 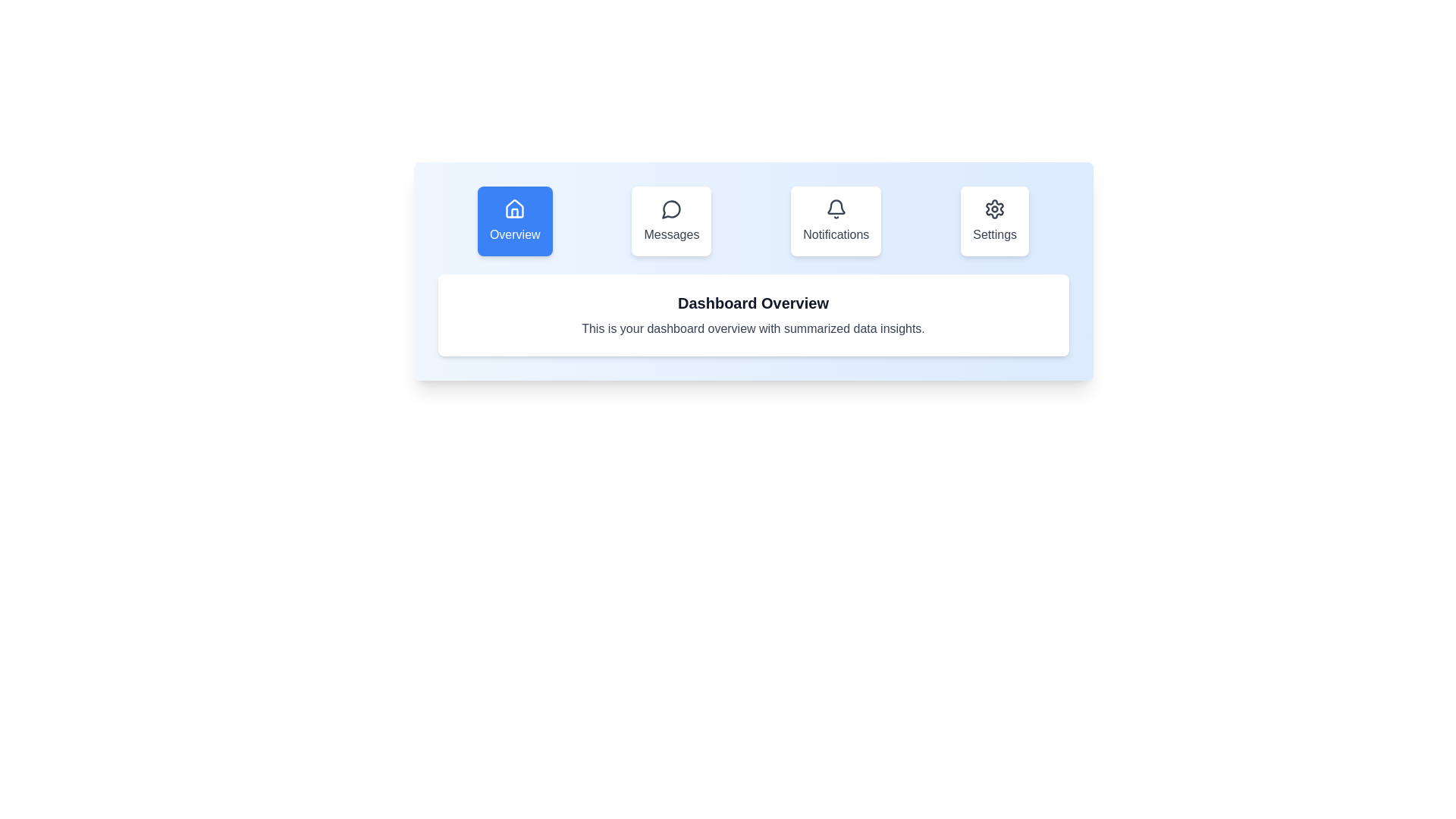 I want to click on heading and description from the Informative block located below the navigation icons on the dashboard interface, so click(x=753, y=315).